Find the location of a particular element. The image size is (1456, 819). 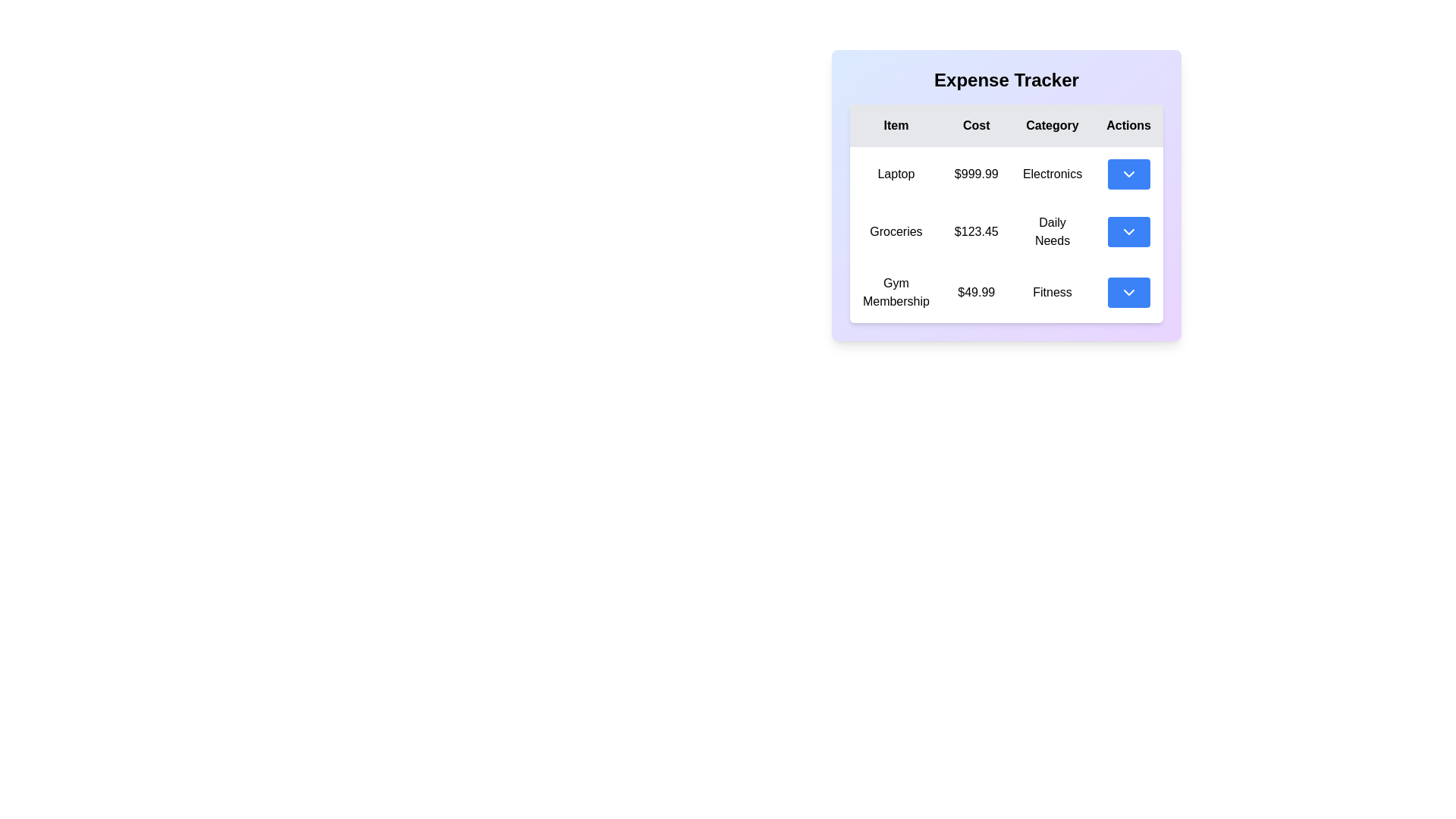

the price element displaying '$999.99' in the 'Cost' column of the table for the item 'Laptop' is located at coordinates (976, 174).